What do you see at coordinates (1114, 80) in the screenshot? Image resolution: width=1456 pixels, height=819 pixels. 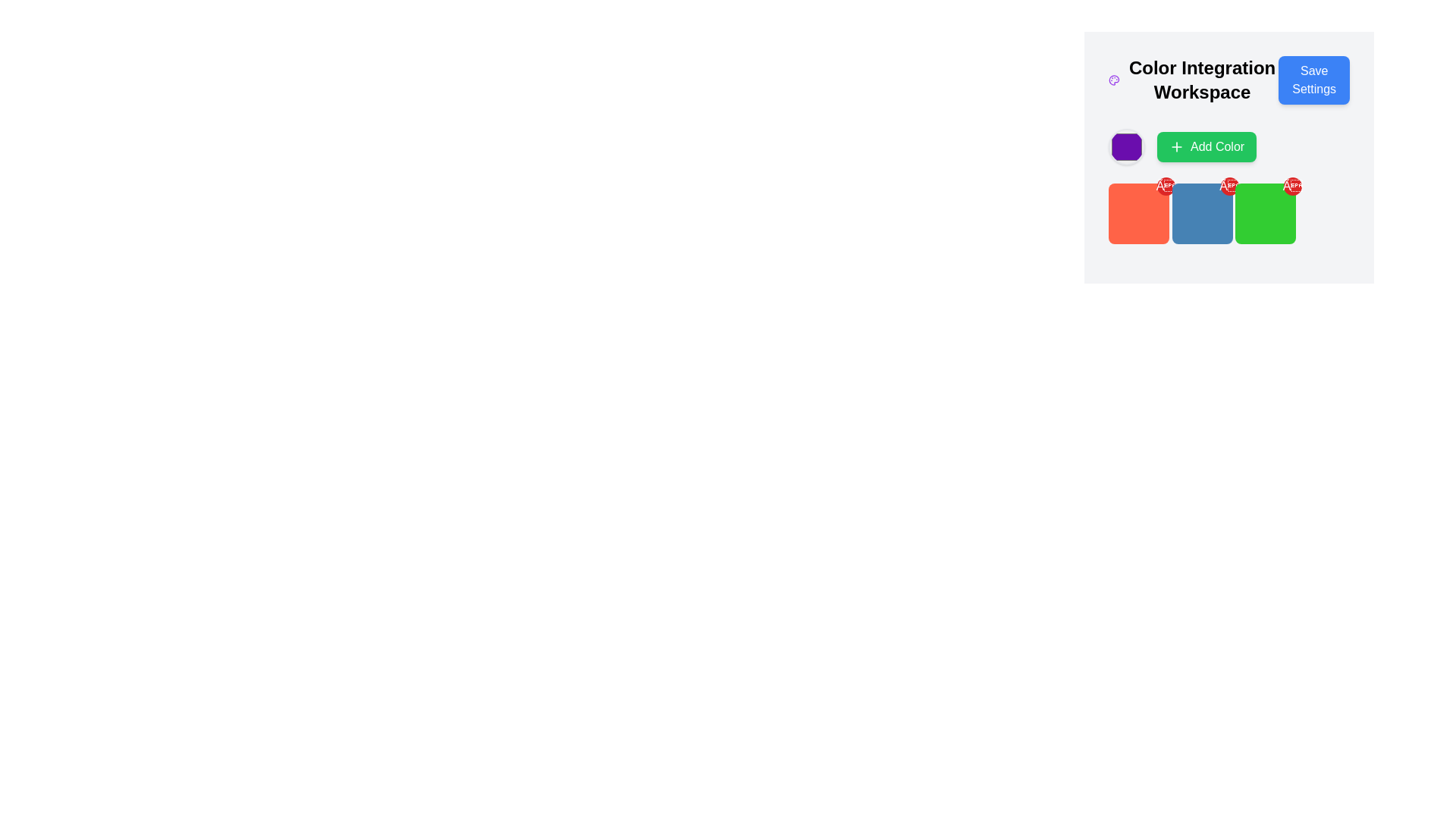 I see `the color palette icon located in the upper-left section of the interface, near the title 'Color Integration Workspace'` at bounding box center [1114, 80].